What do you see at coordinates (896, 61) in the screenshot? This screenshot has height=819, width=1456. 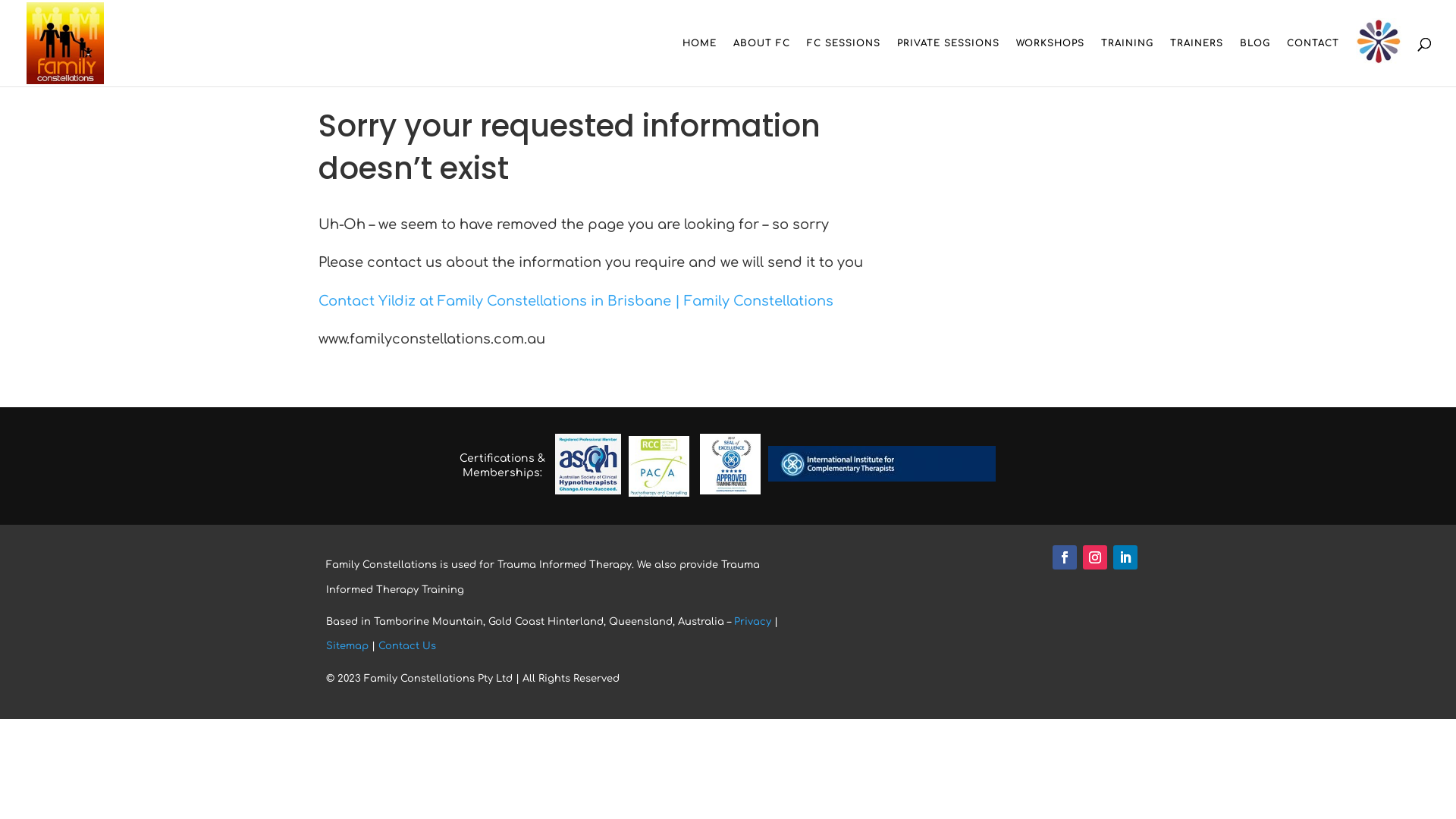 I see `'PRIVATE SESSIONS'` at bounding box center [896, 61].